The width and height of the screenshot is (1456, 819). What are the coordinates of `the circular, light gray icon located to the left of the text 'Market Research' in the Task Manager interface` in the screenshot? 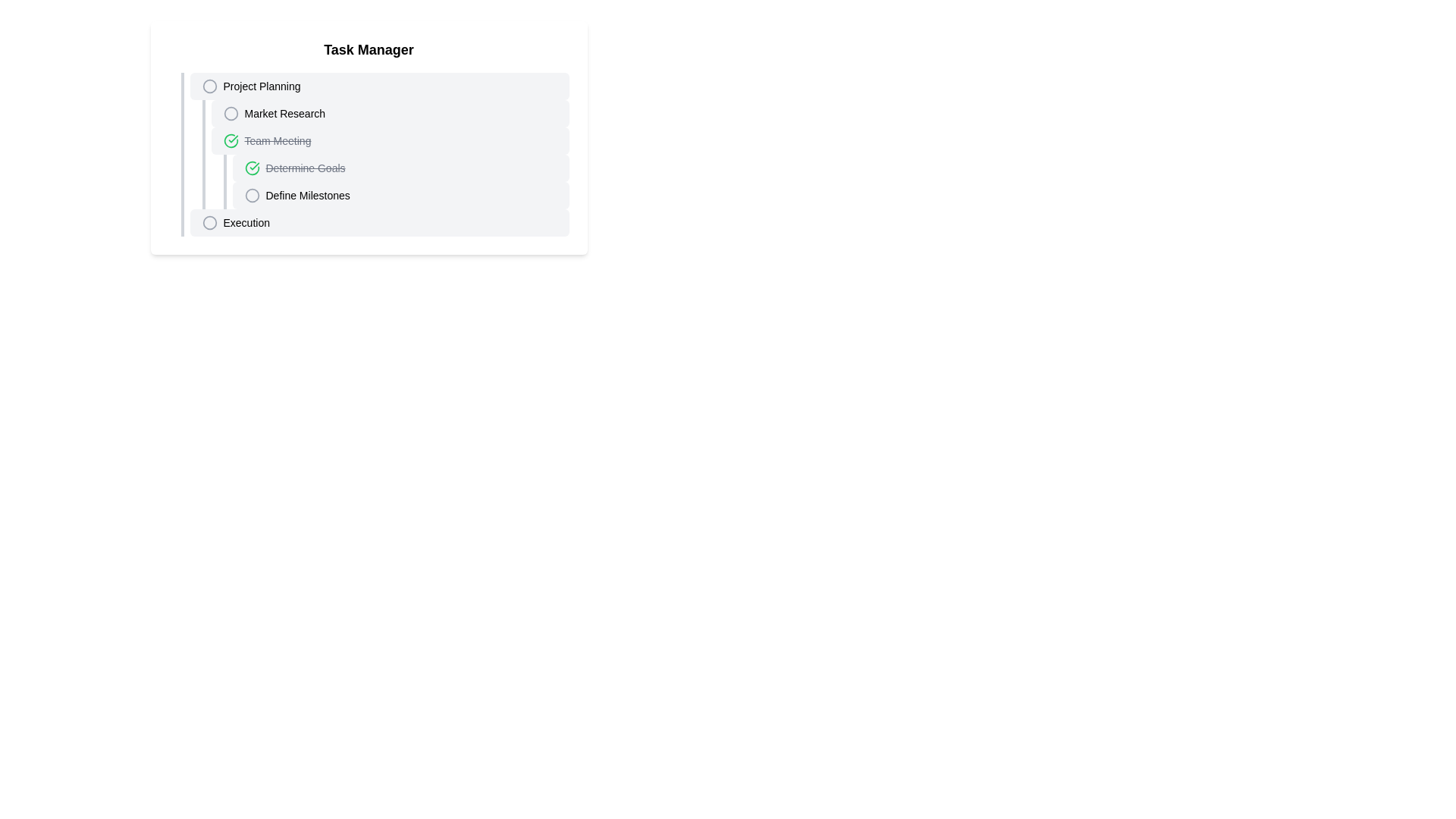 It's located at (230, 113).